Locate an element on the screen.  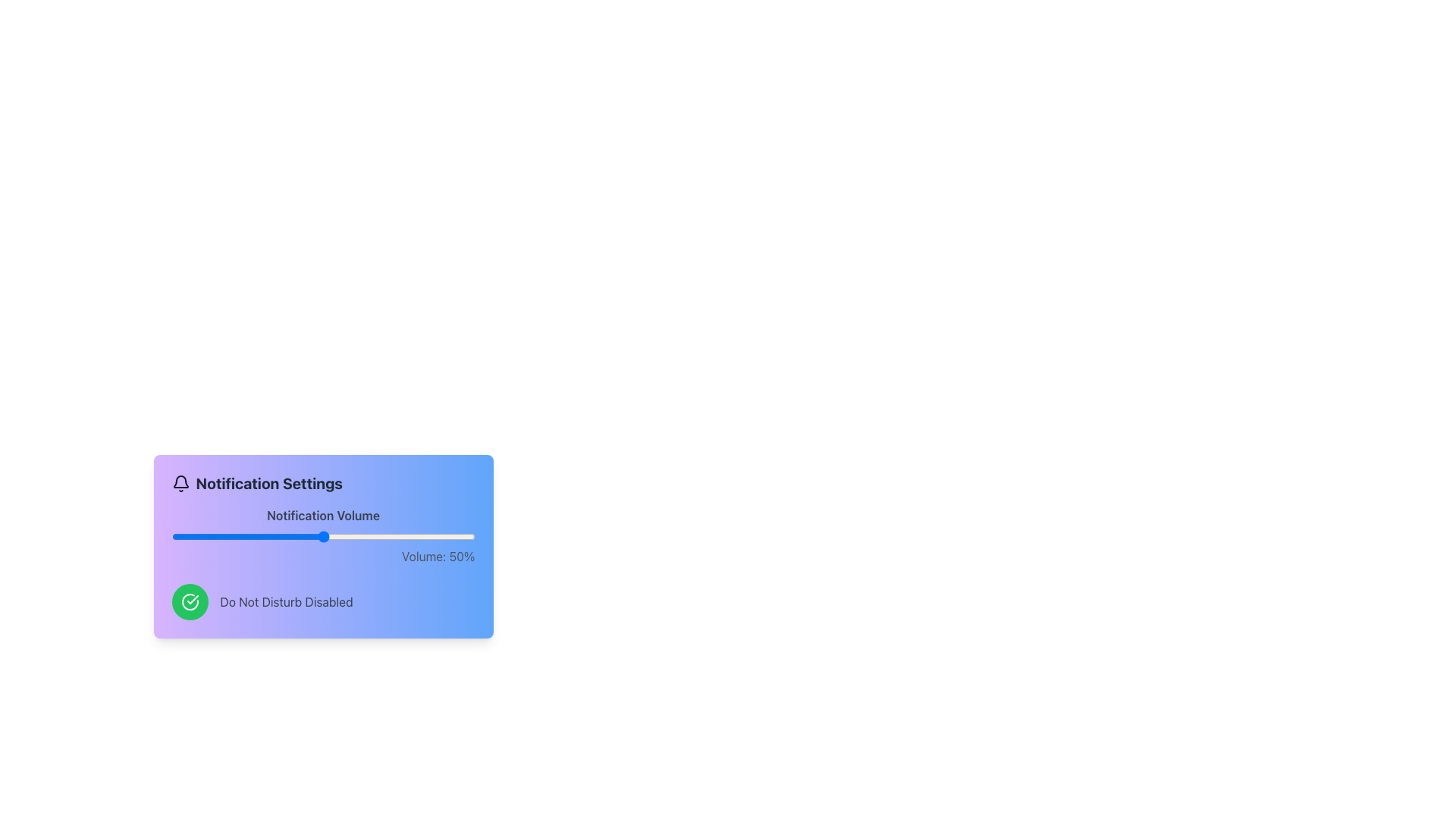
the notification volume is located at coordinates (316, 536).